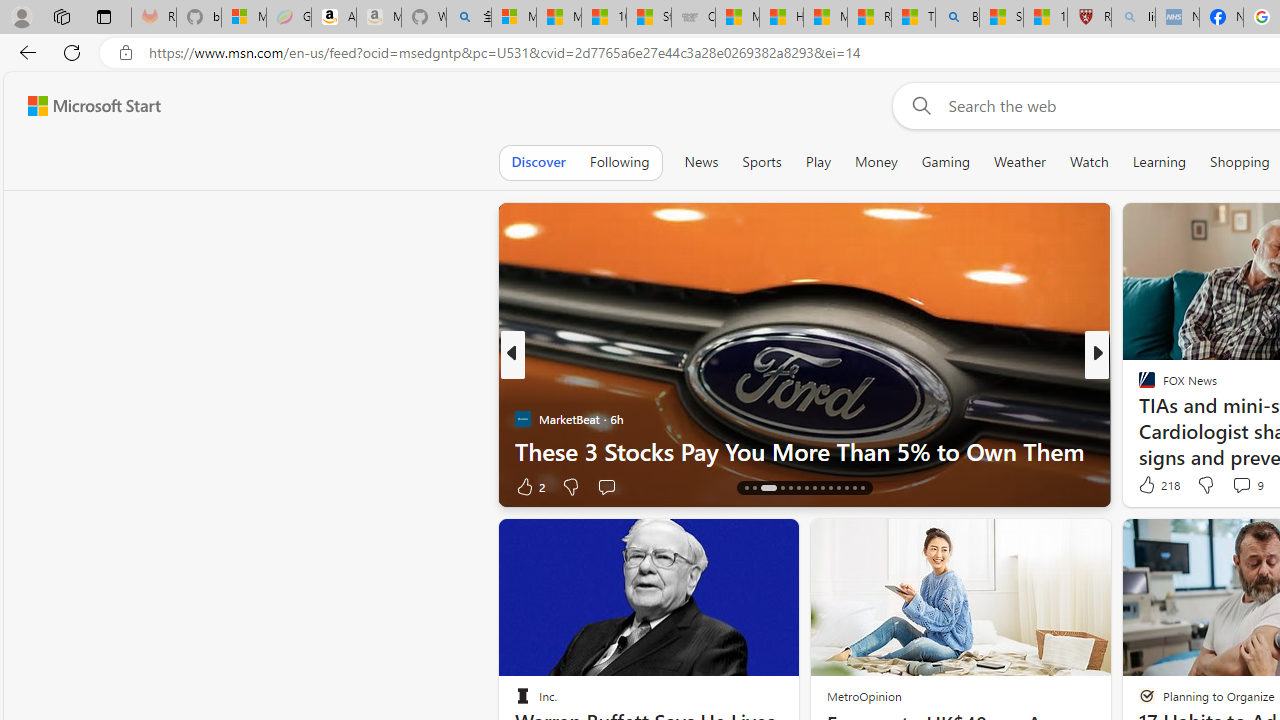  What do you see at coordinates (864, 695) in the screenshot?
I see `'MetroOpinion'` at bounding box center [864, 695].